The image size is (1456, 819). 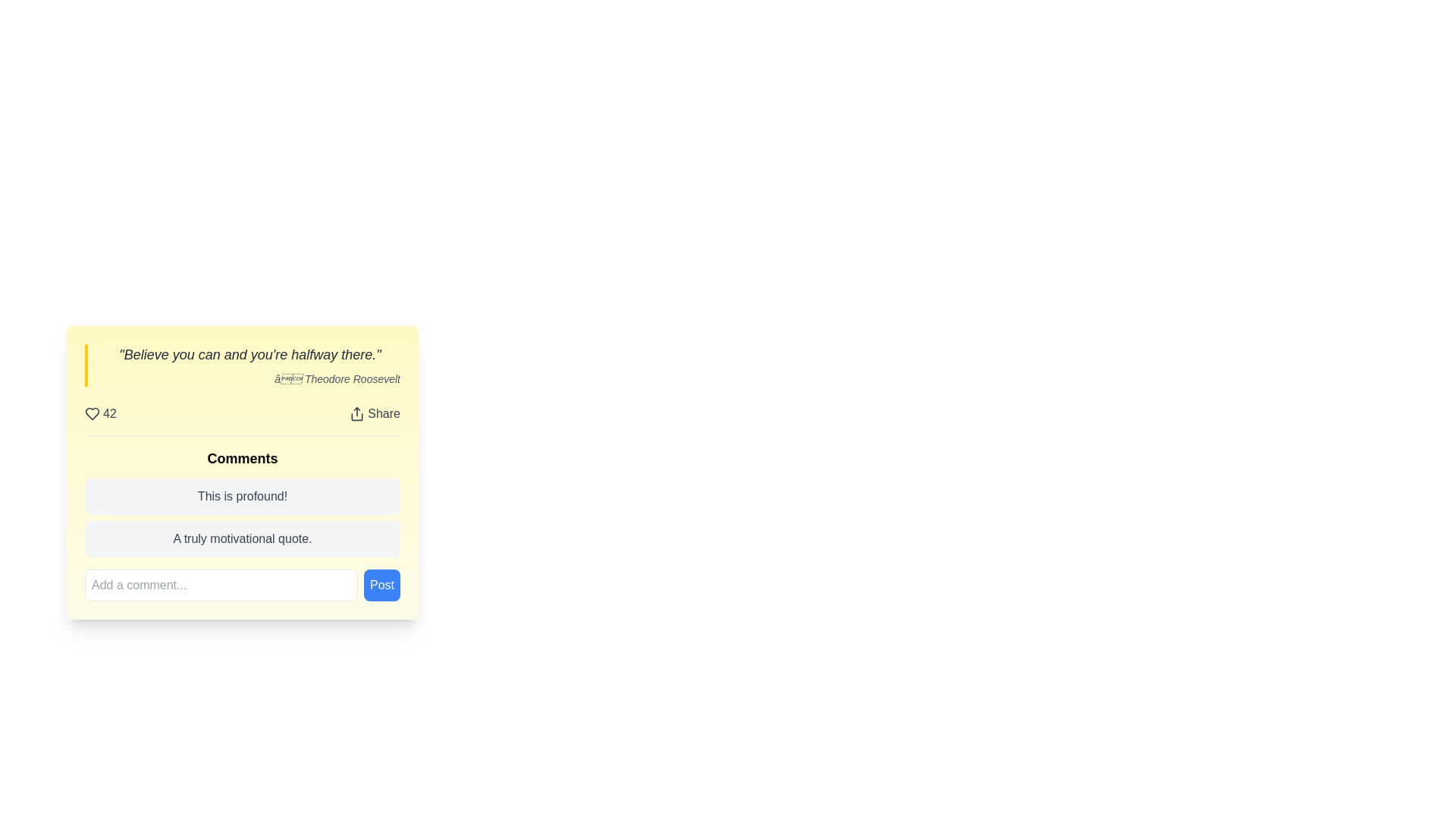 I want to click on the Text heading that indicates the section for user comments, positioned centrally above the comments and input box, so click(x=243, y=458).